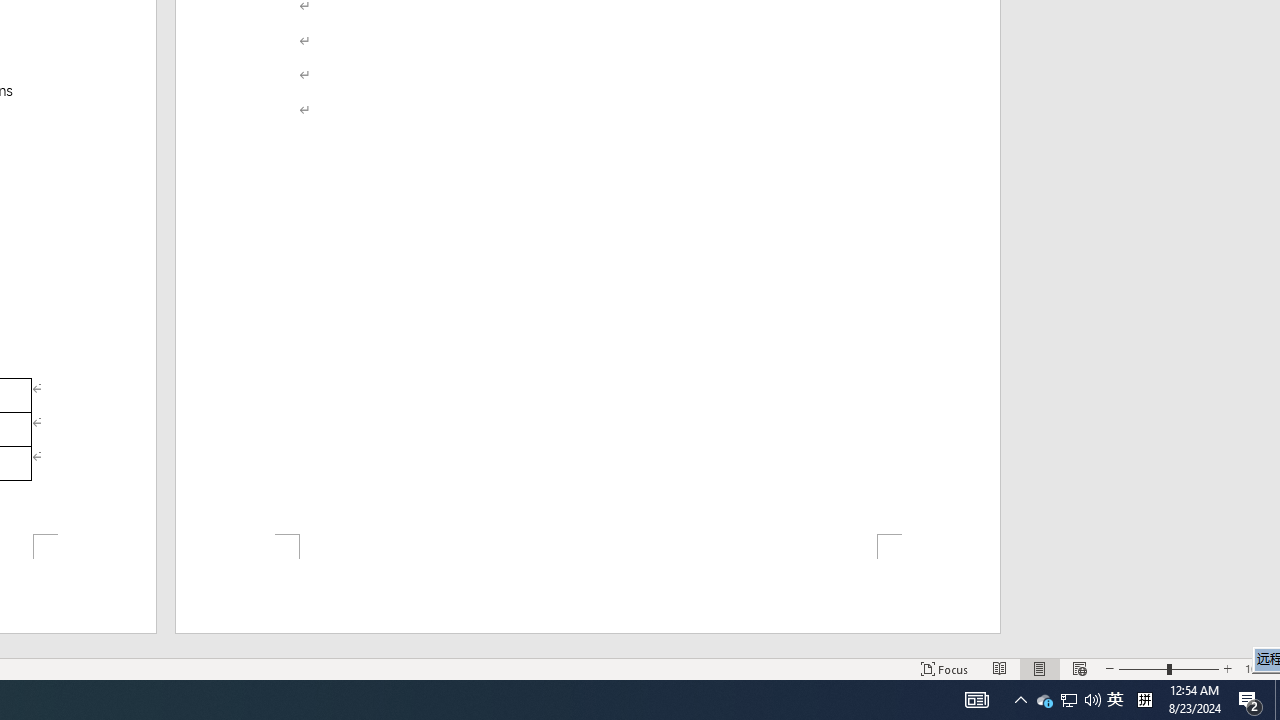 This screenshot has width=1280, height=720. Describe the element at coordinates (1068, 698) in the screenshot. I see `'User Promoted Notification Area'` at that location.